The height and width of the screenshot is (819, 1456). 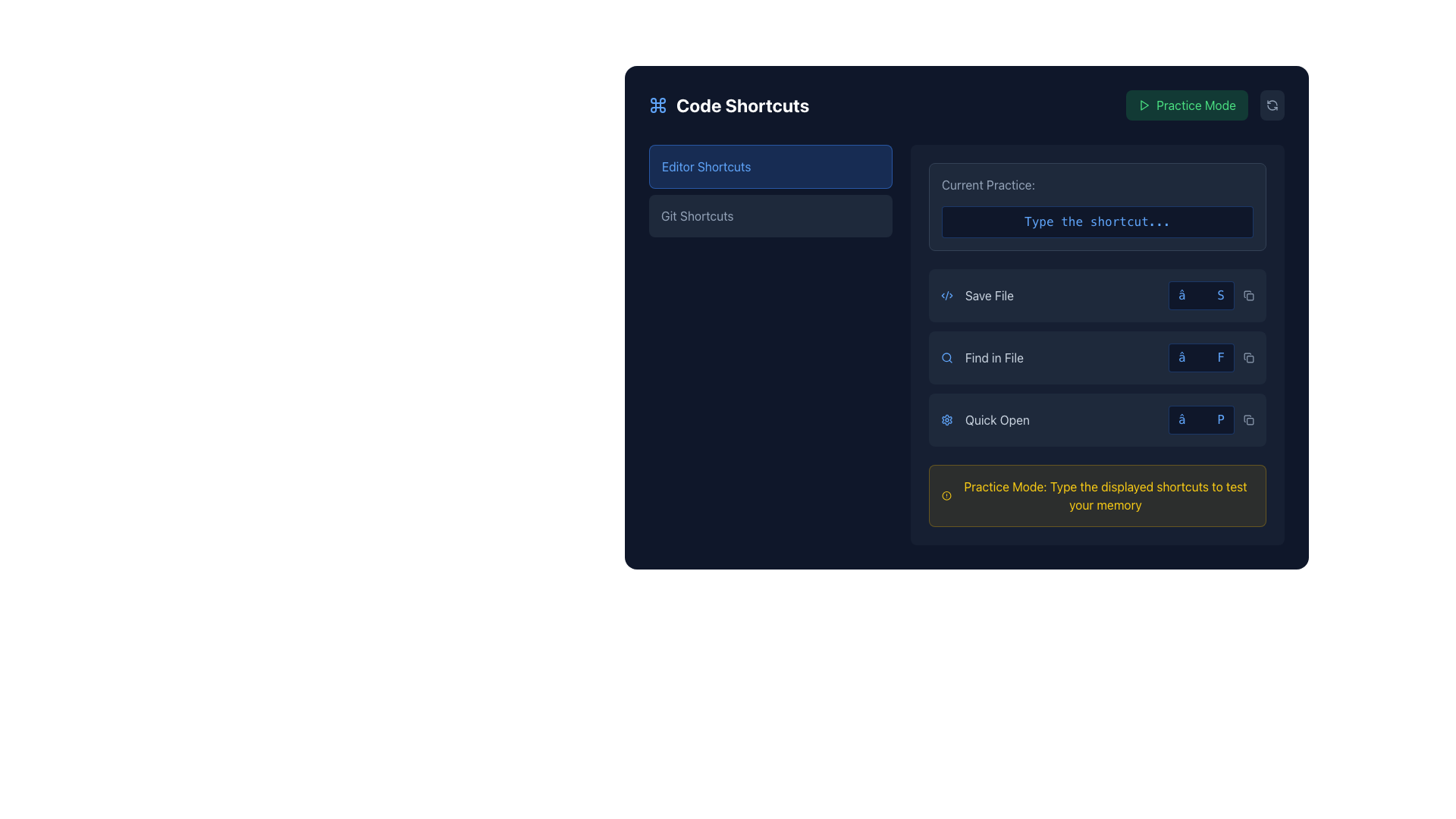 What do you see at coordinates (977, 295) in the screenshot?
I see `the 'Save File' label with icon` at bounding box center [977, 295].